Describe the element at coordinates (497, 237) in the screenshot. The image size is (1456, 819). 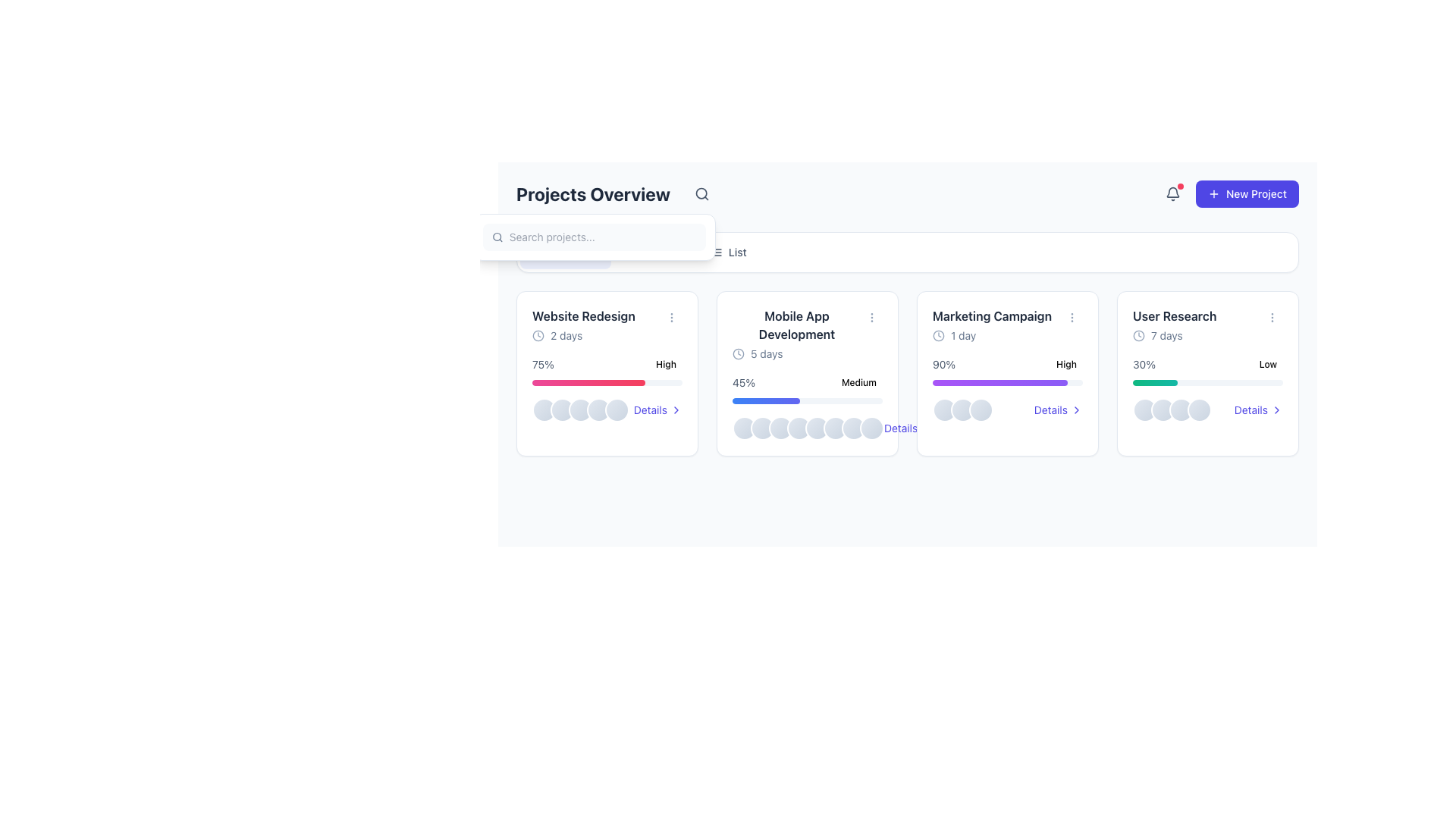
I see `the magnifying glass icon located in the header section, which is used for initiating a search action` at that location.